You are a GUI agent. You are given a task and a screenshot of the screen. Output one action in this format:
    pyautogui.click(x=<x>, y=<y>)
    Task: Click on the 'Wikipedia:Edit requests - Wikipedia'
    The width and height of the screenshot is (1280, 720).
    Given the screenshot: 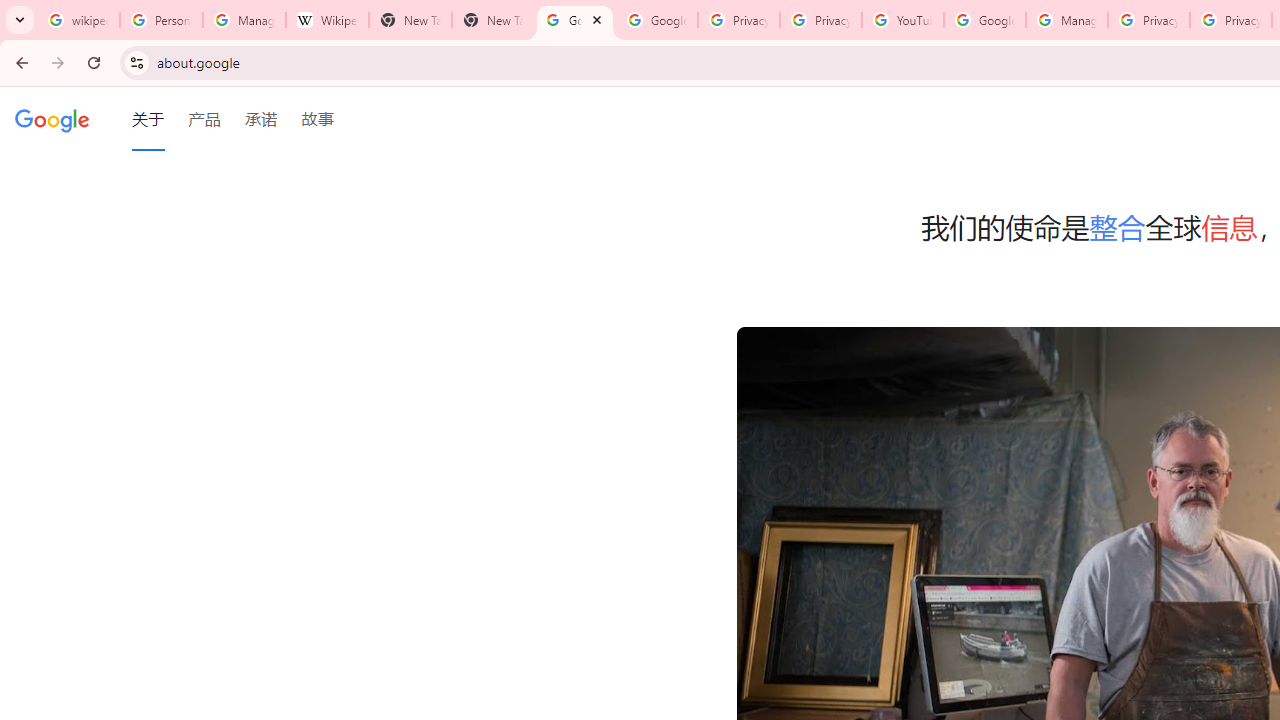 What is the action you would take?
    pyautogui.click(x=327, y=20)
    